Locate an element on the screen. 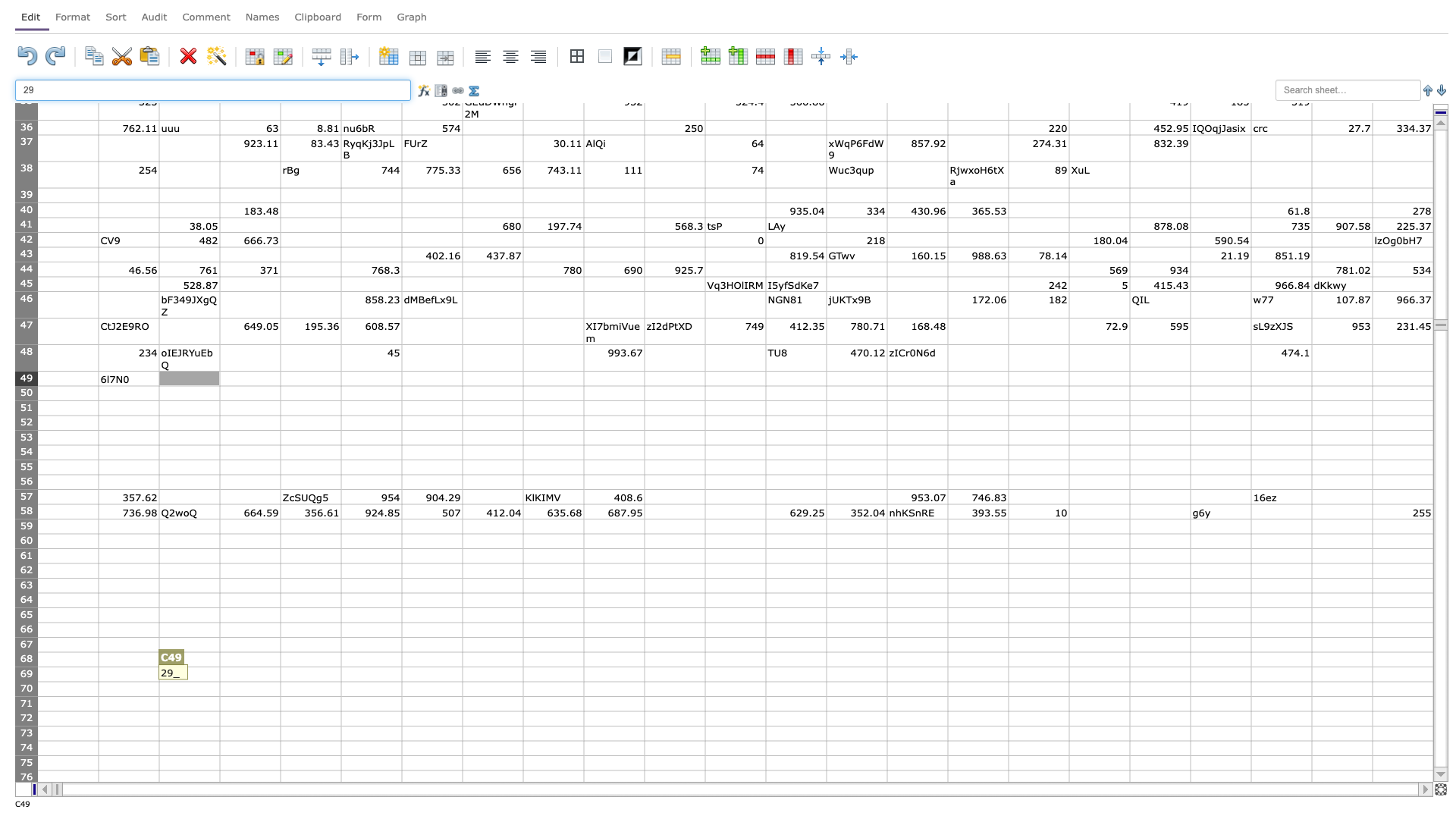  Series fill point of cell I69 is located at coordinates (582, 680).